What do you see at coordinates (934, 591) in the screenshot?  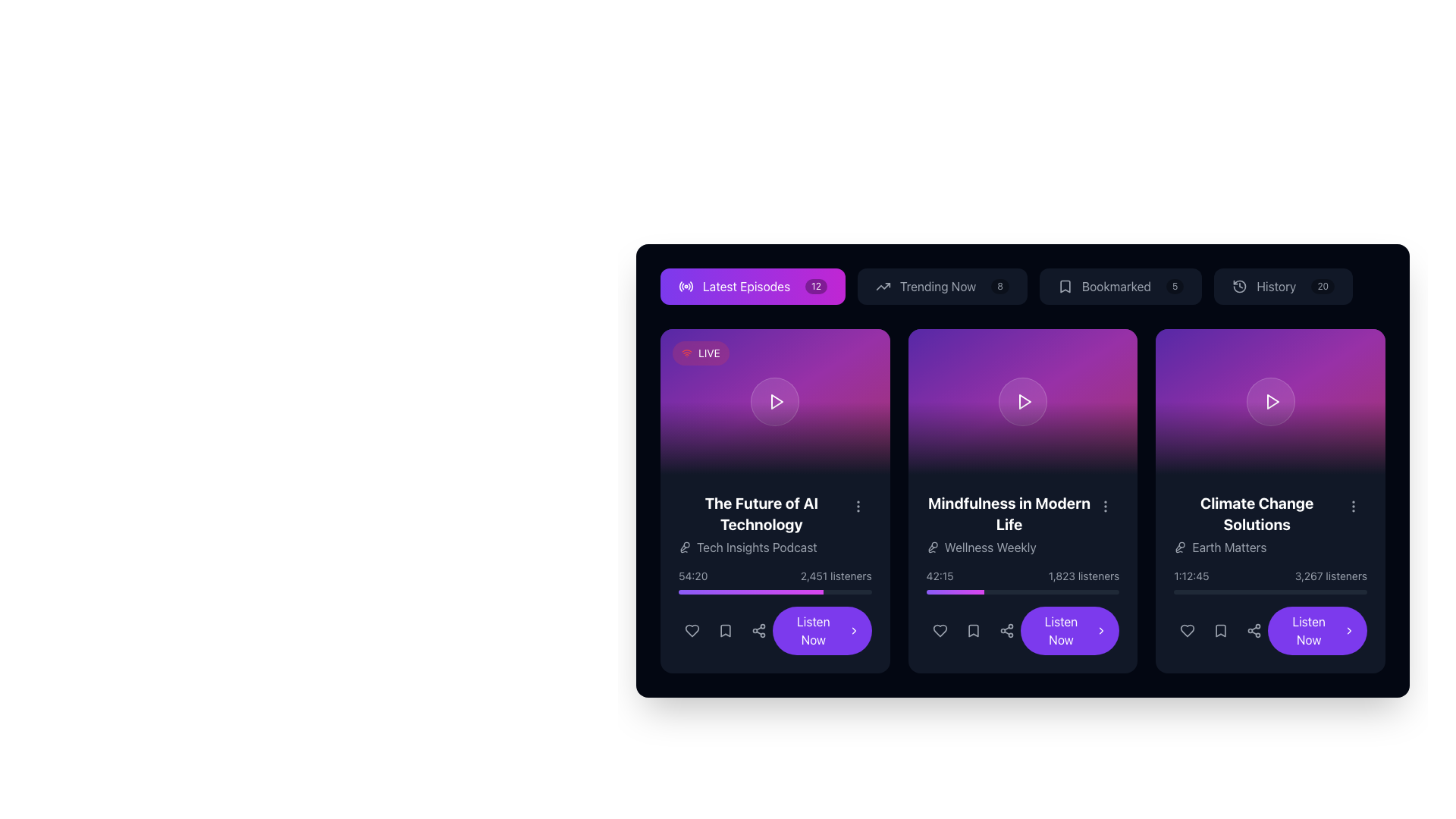 I see `progress` at bounding box center [934, 591].